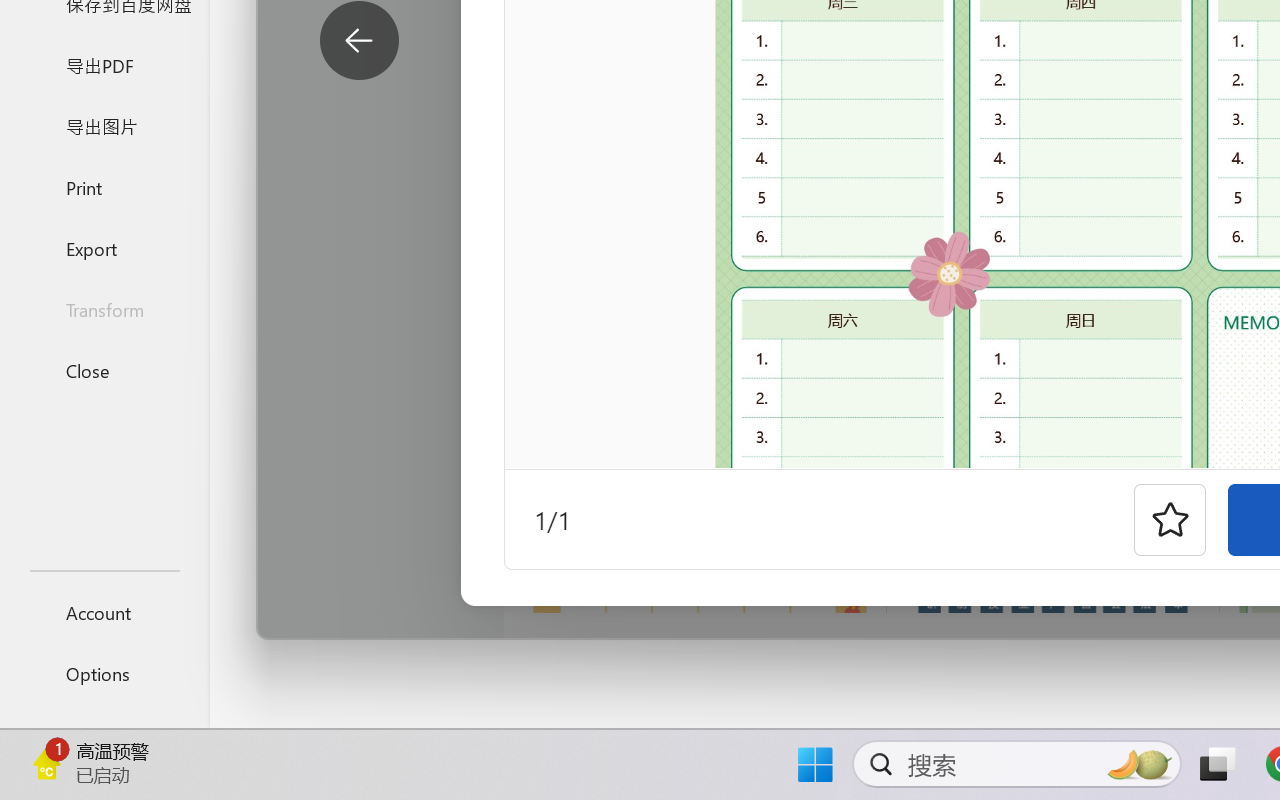 The width and height of the screenshot is (1280, 800). I want to click on 'Print', so click(103, 186).